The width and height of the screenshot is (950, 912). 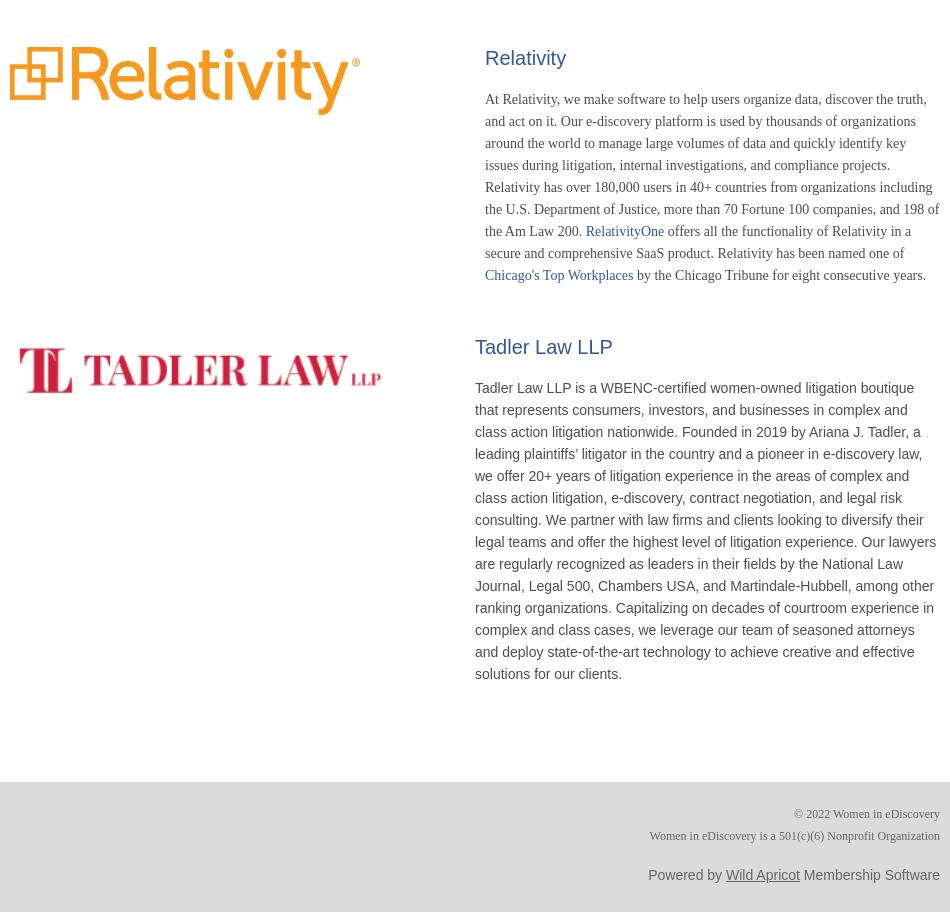 What do you see at coordinates (475, 345) in the screenshot?
I see `'Tadler Law LLP'` at bounding box center [475, 345].